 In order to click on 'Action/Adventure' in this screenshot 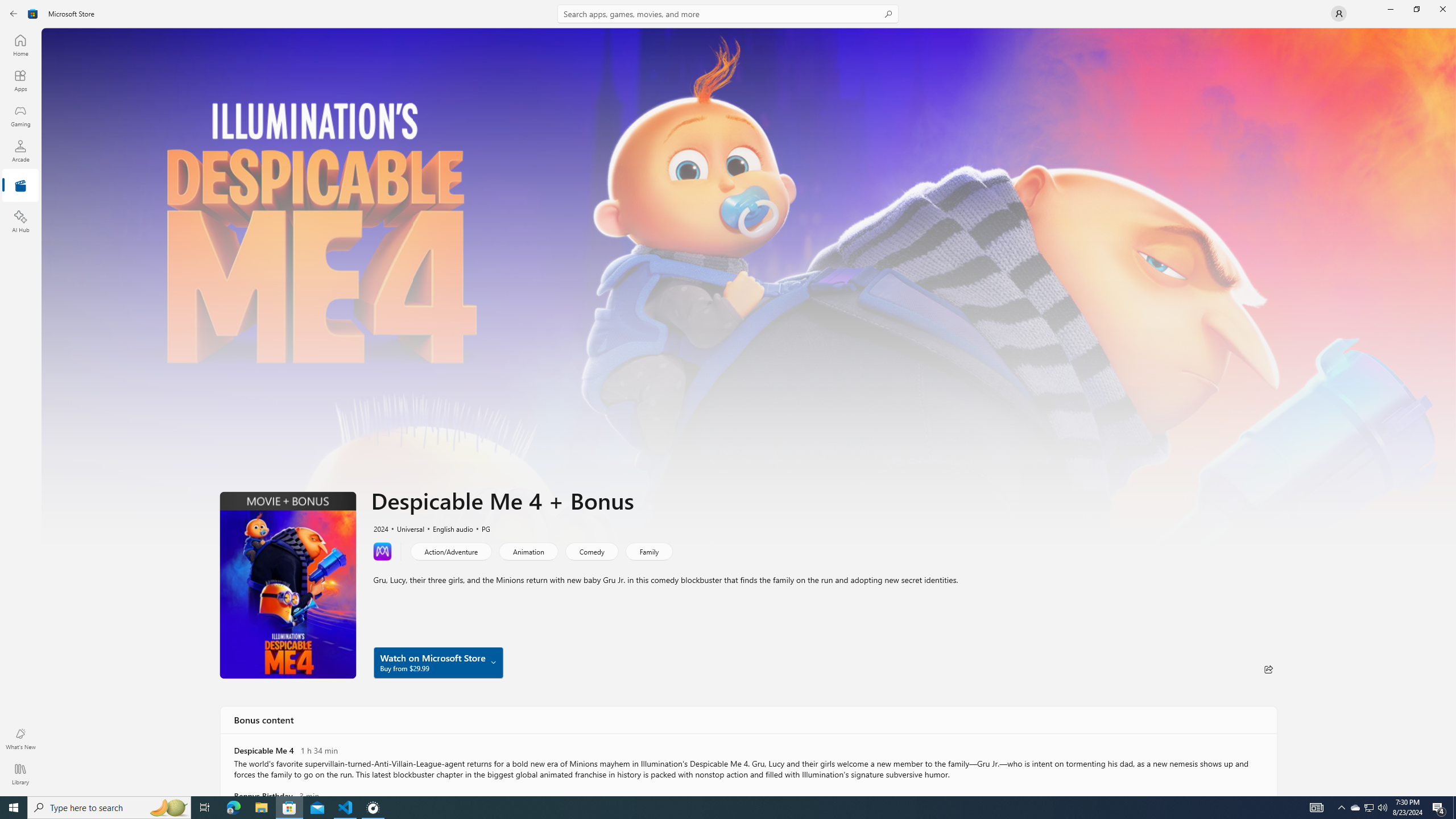, I will do `click(450, 551)`.